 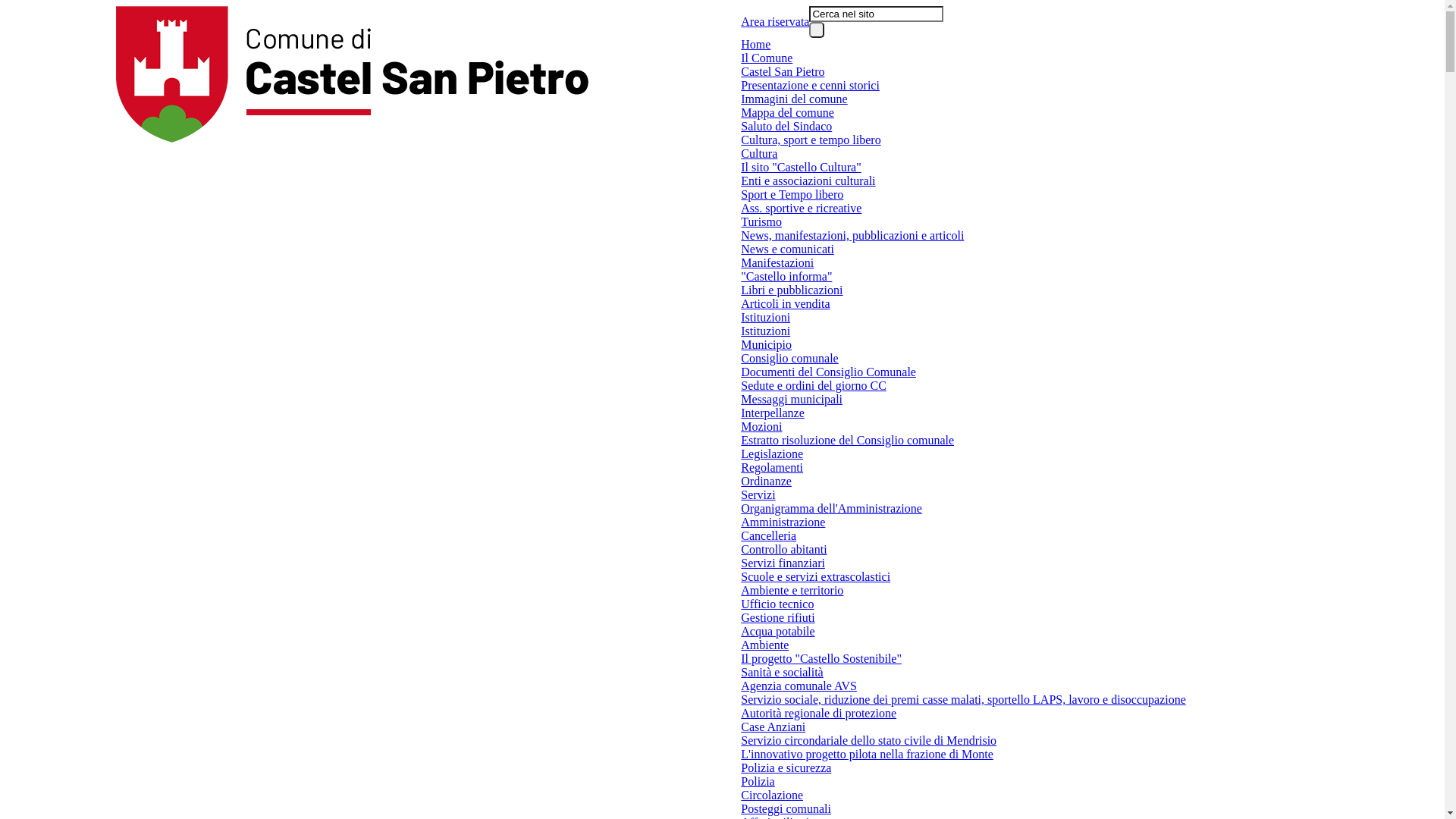 I want to click on 'Amministrazione', so click(x=783, y=522).